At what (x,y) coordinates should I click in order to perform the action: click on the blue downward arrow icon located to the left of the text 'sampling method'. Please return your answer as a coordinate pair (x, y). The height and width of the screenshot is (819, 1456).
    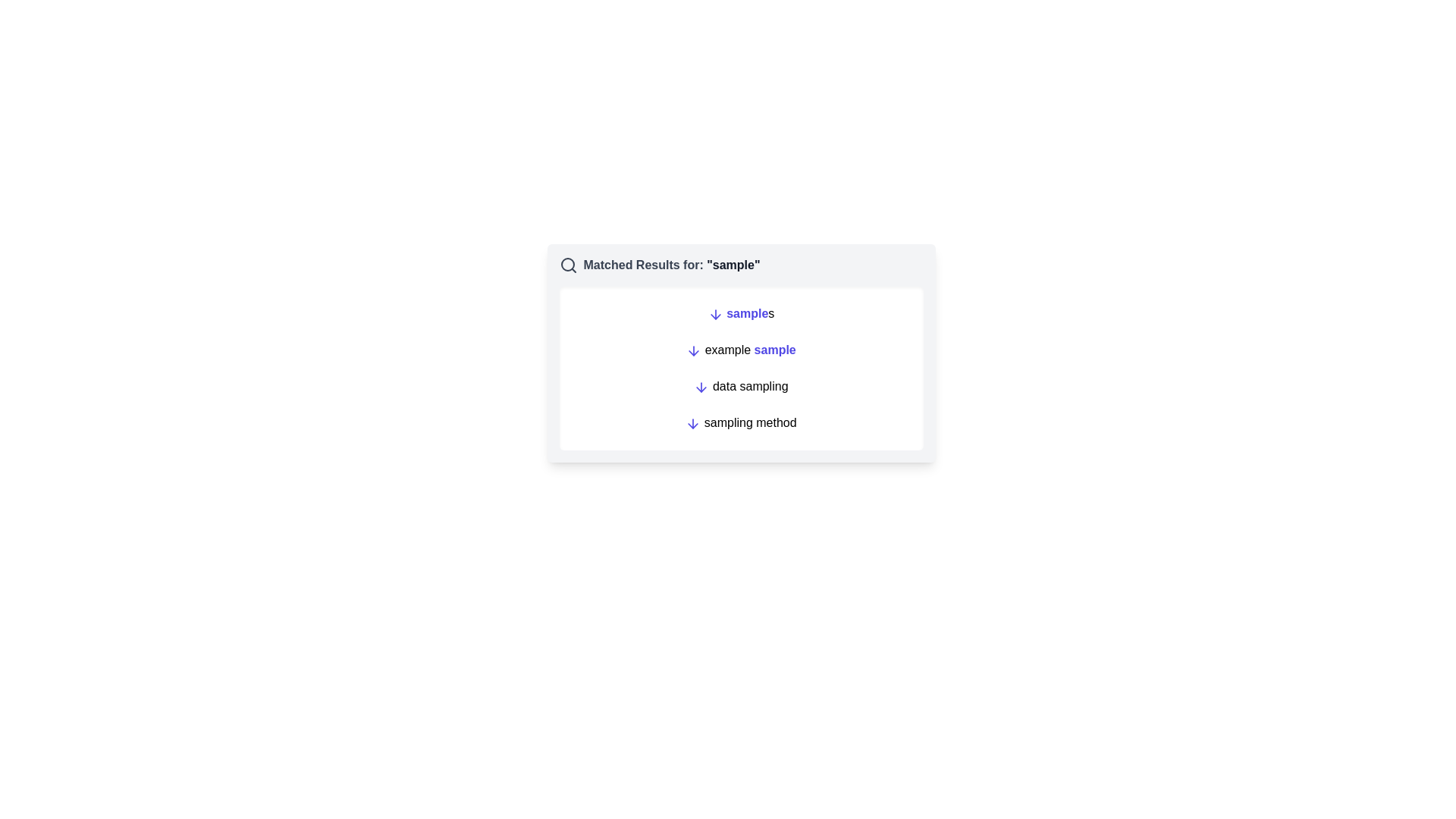
    Looking at the image, I should click on (692, 423).